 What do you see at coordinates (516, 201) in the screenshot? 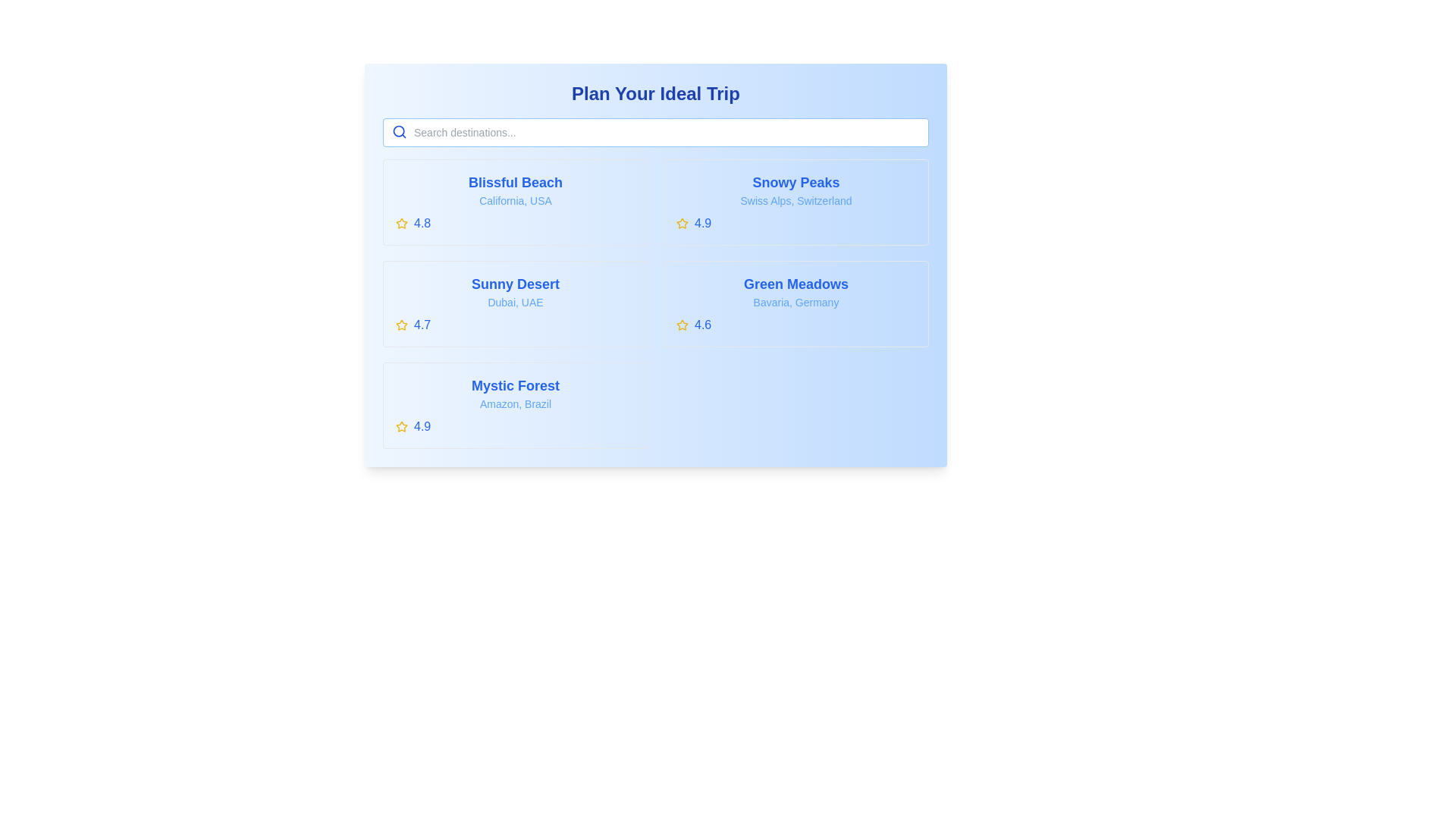
I see `the Card element displaying information about 'Blissful Beach' in California, USA, which has a rating of '4.8' and a yellow star icon` at bounding box center [516, 201].